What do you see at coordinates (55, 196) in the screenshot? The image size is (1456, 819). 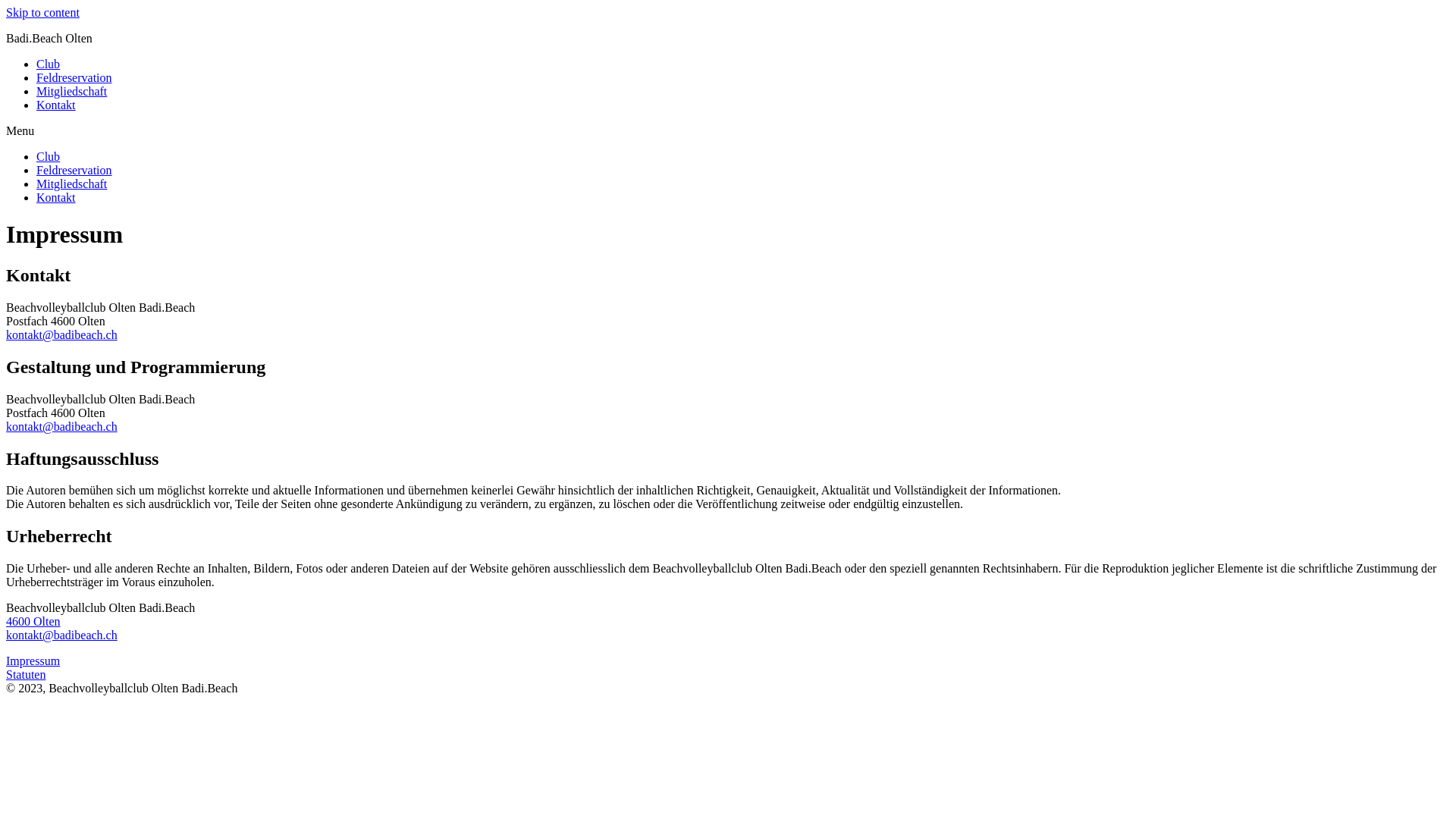 I see `'Kontakt'` at bounding box center [55, 196].